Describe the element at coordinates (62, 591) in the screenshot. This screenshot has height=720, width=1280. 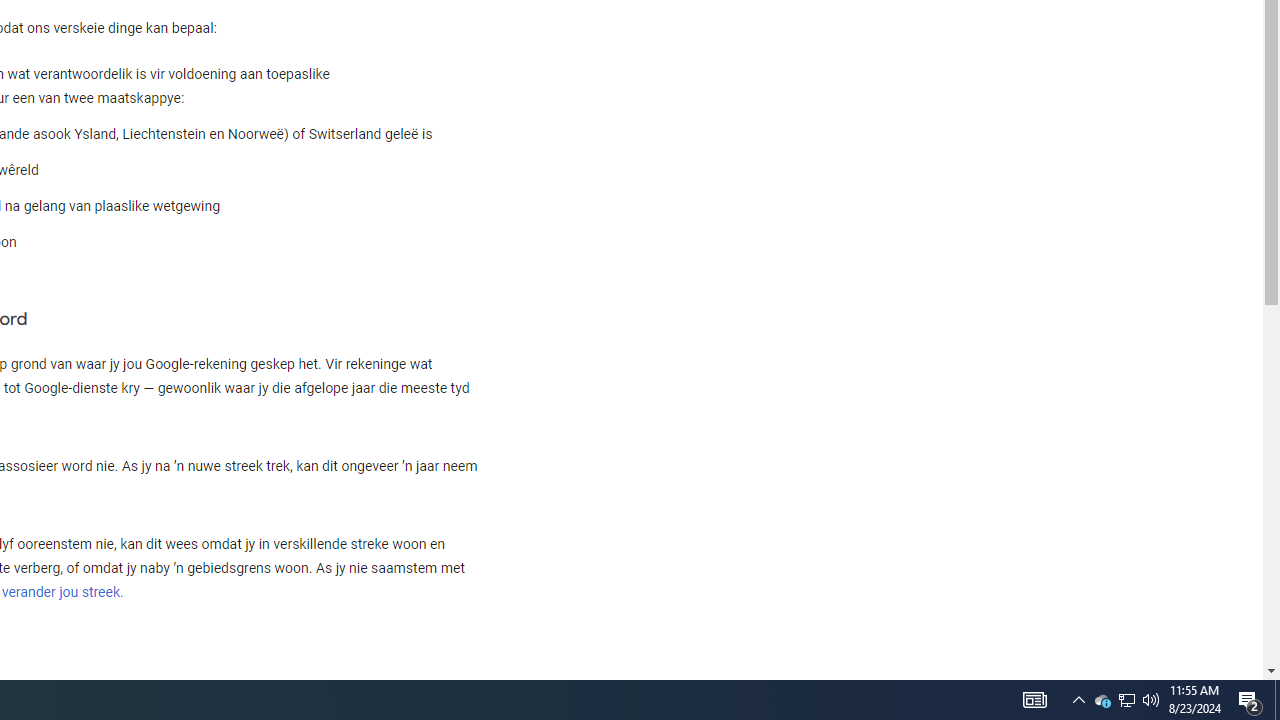
I see `'verander jou streek.'` at that location.